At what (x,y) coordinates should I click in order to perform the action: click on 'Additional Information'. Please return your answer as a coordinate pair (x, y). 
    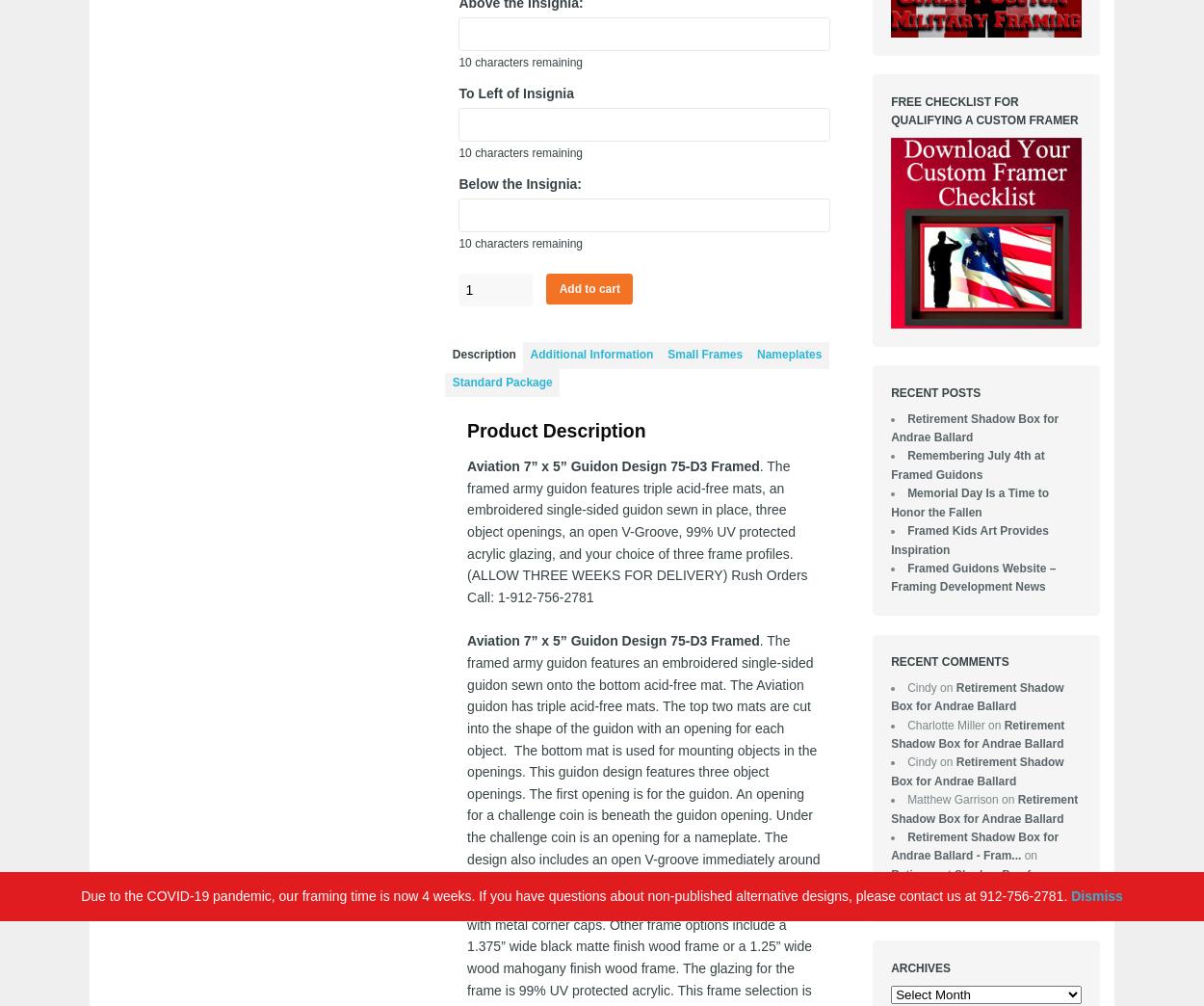
    Looking at the image, I should click on (530, 355).